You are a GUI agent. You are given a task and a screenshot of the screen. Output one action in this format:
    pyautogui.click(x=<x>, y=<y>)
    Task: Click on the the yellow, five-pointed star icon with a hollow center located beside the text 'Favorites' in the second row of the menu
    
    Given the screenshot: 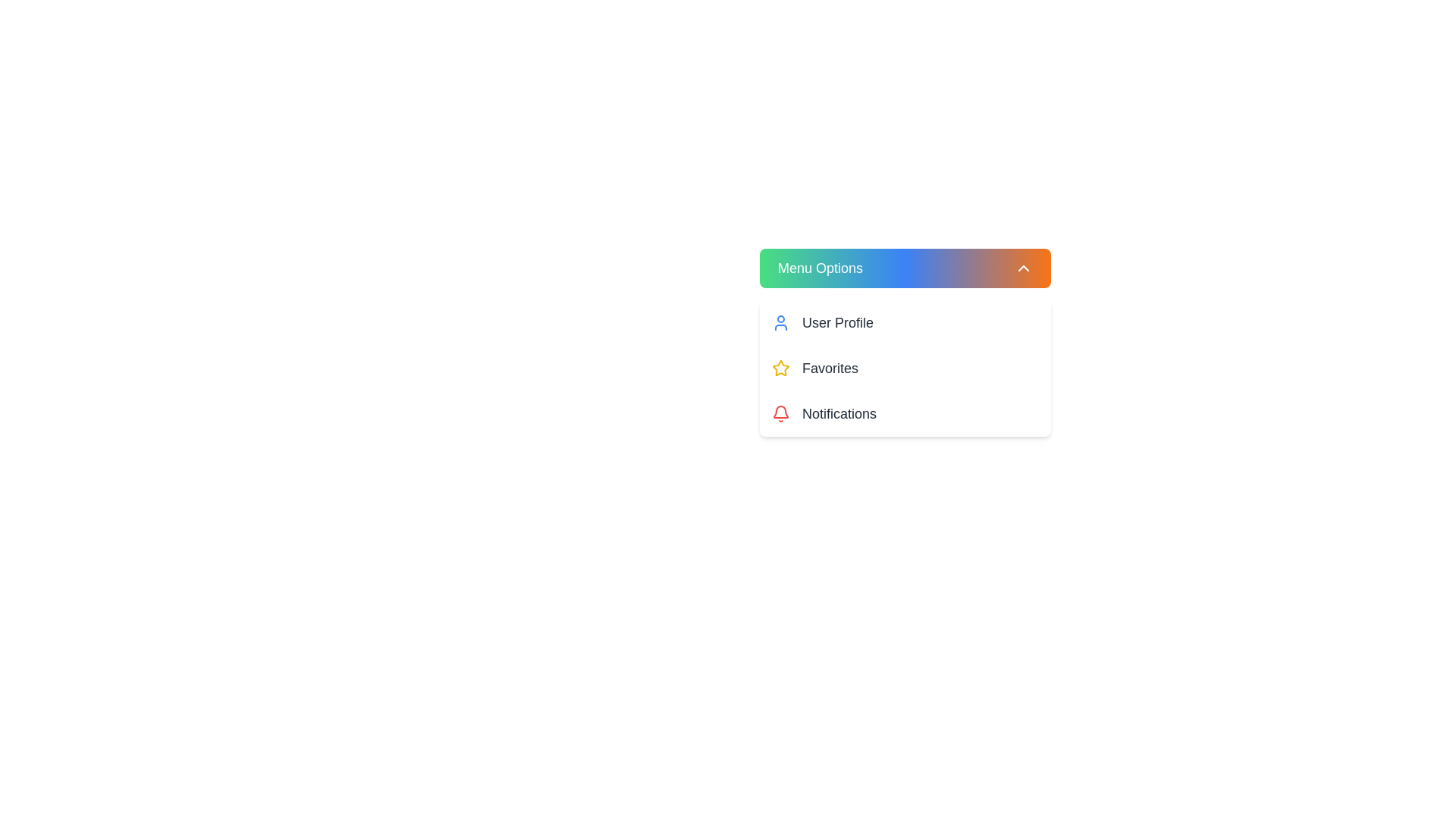 What is the action you would take?
    pyautogui.click(x=781, y=369)
    